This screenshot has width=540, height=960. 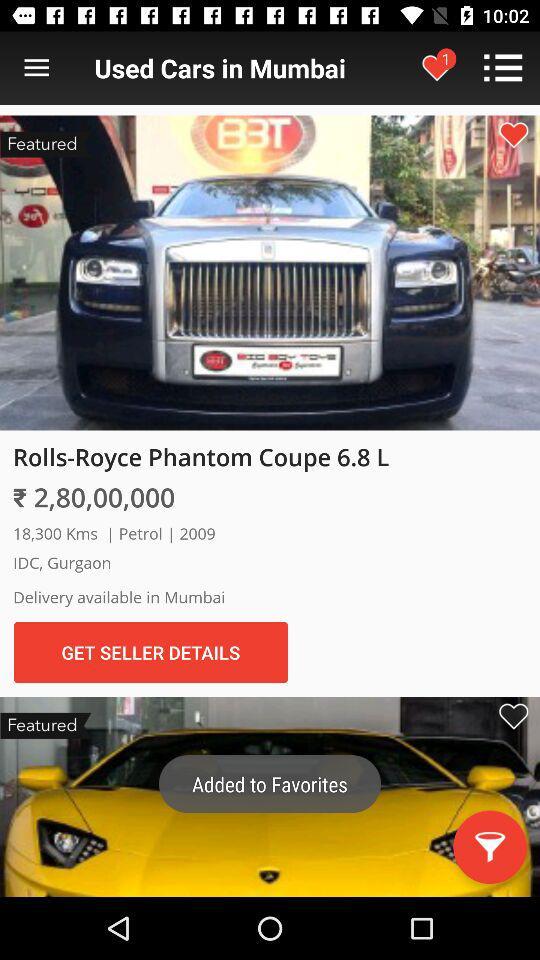 What do you see at coordinates (36, 68) in the screenshot?
I see `open menu` at bounding box center [36, 68].